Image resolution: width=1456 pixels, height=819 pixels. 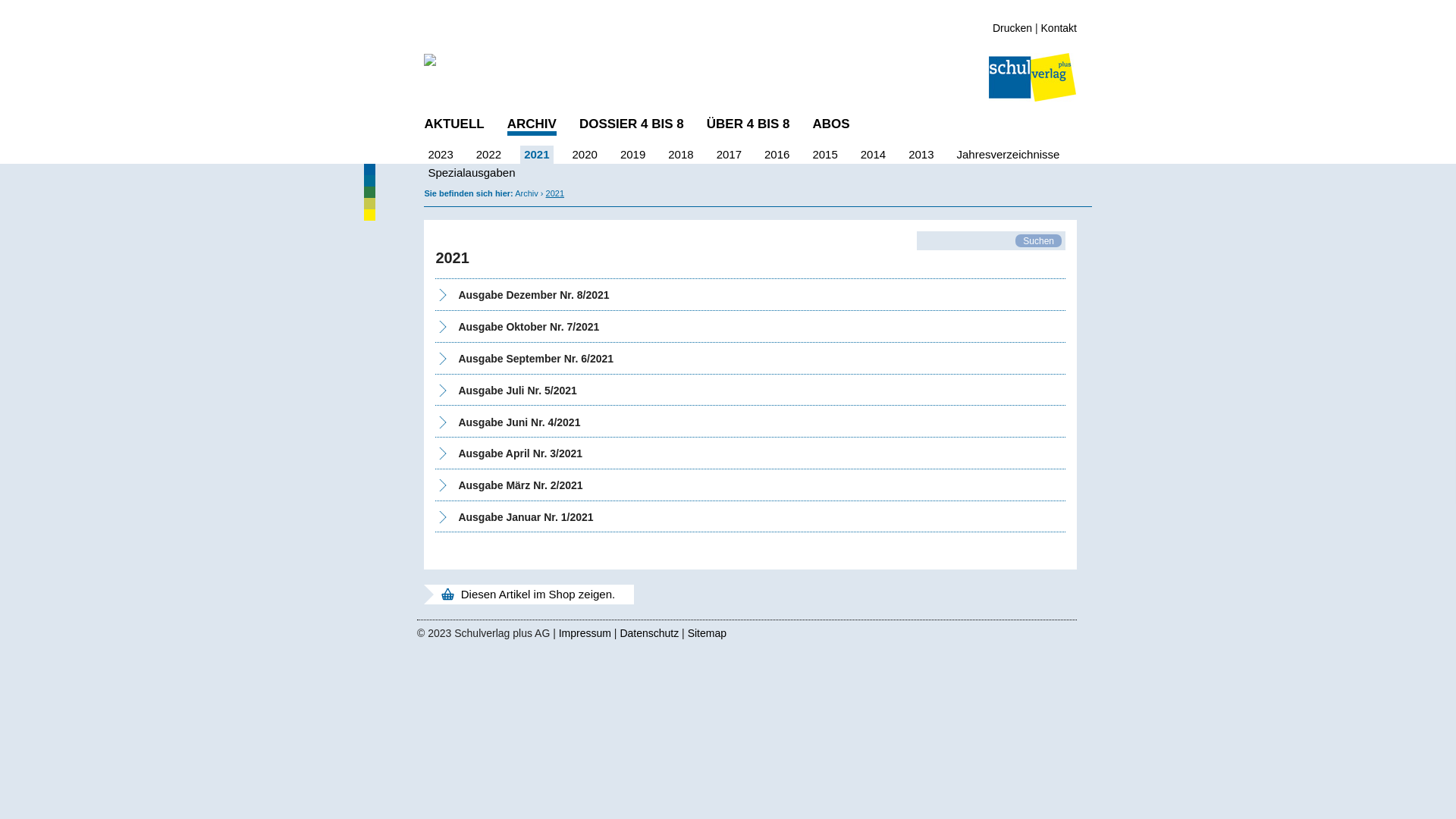 I want to click on 'Suchen', so click(x=1015, y=240).